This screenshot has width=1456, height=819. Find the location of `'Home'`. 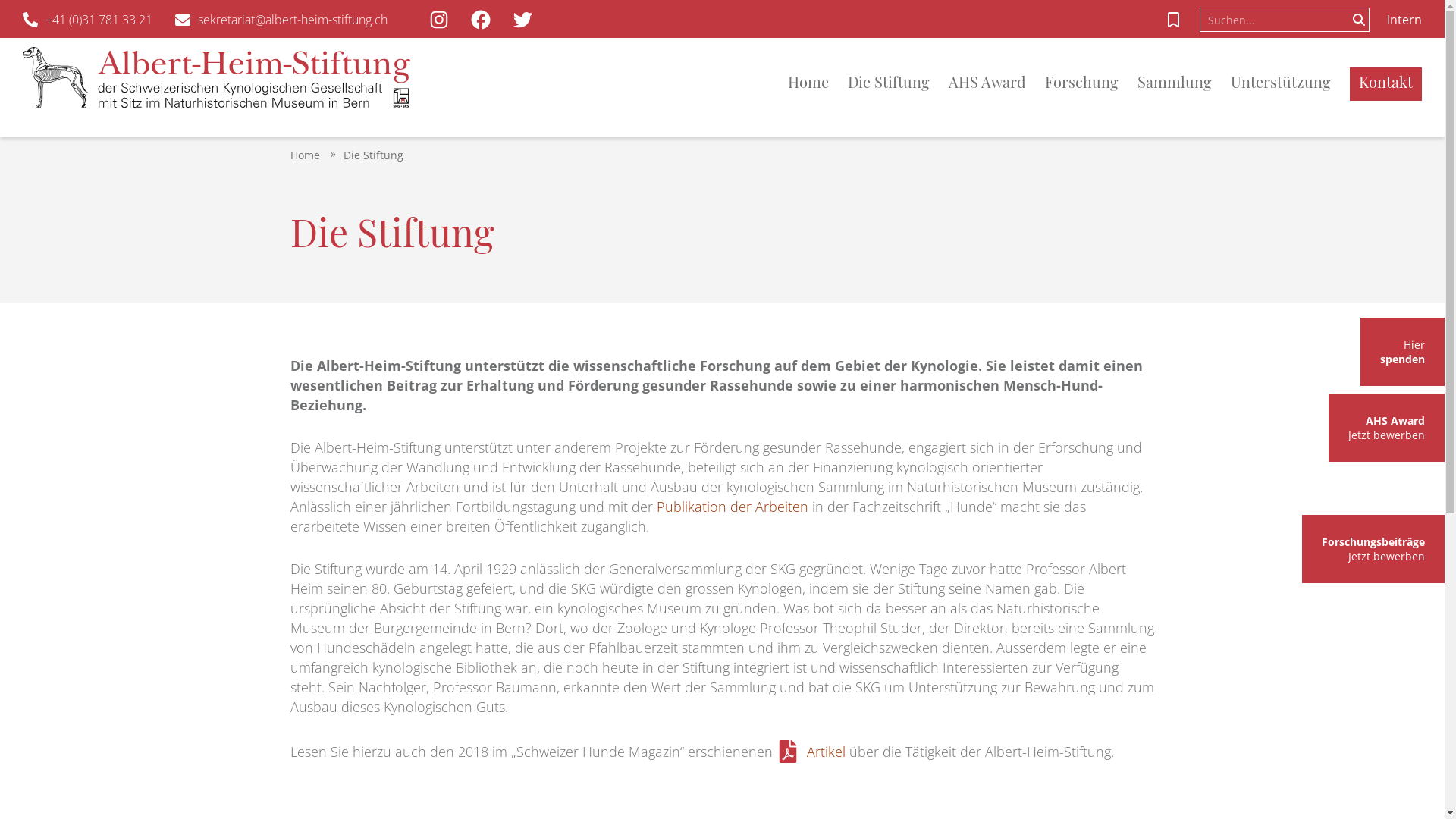

'Home' is located at coordinates (303, 155).